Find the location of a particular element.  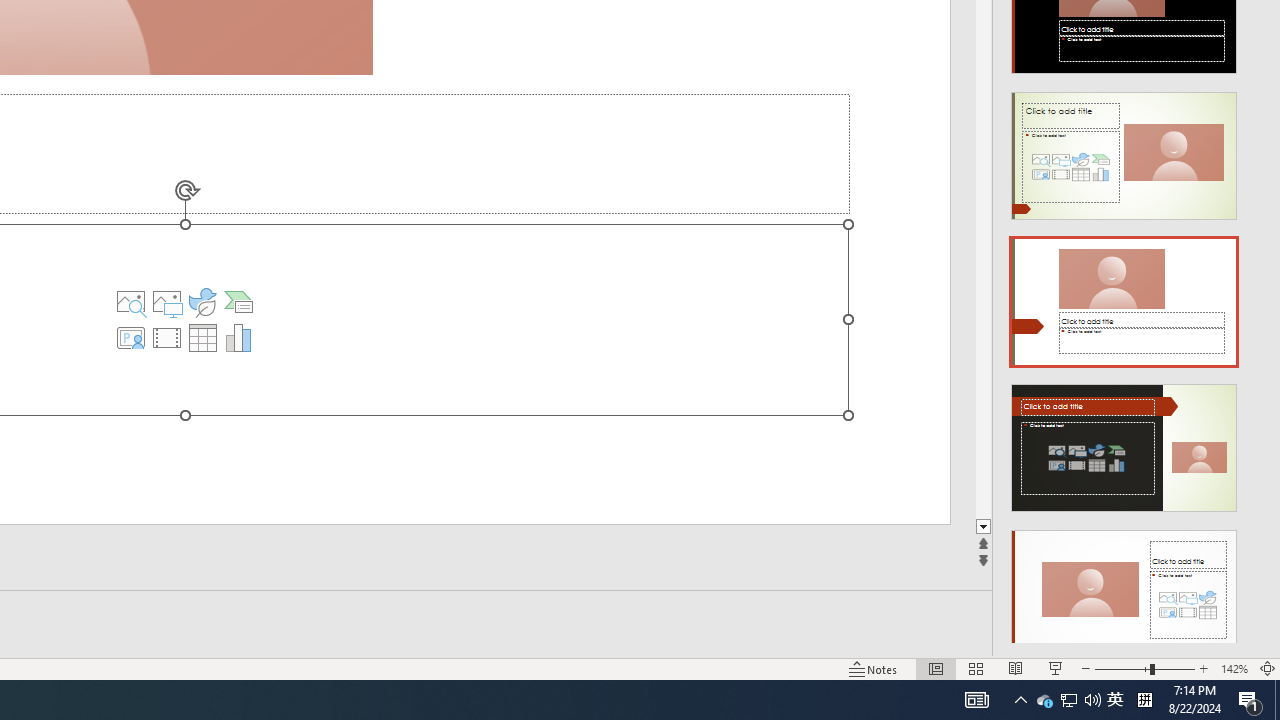

'Reading View' is located at coordinates (1015, 669).